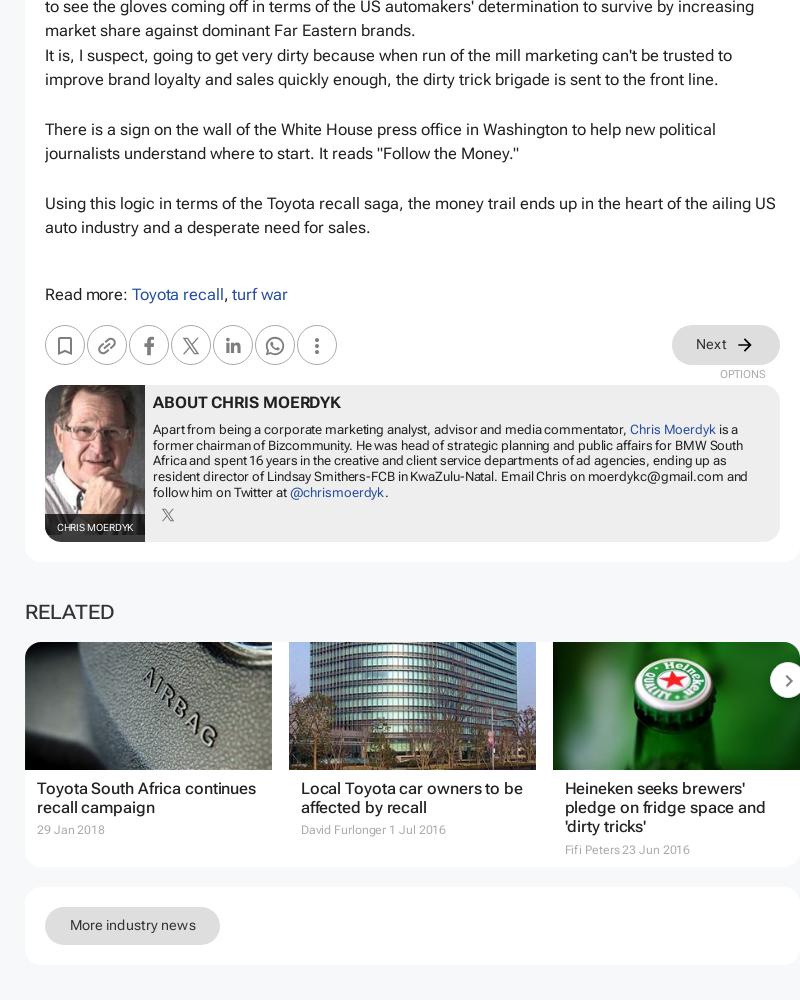 The image size is (800, 1000). I want to click on 'Read more:', so click(88, 294).